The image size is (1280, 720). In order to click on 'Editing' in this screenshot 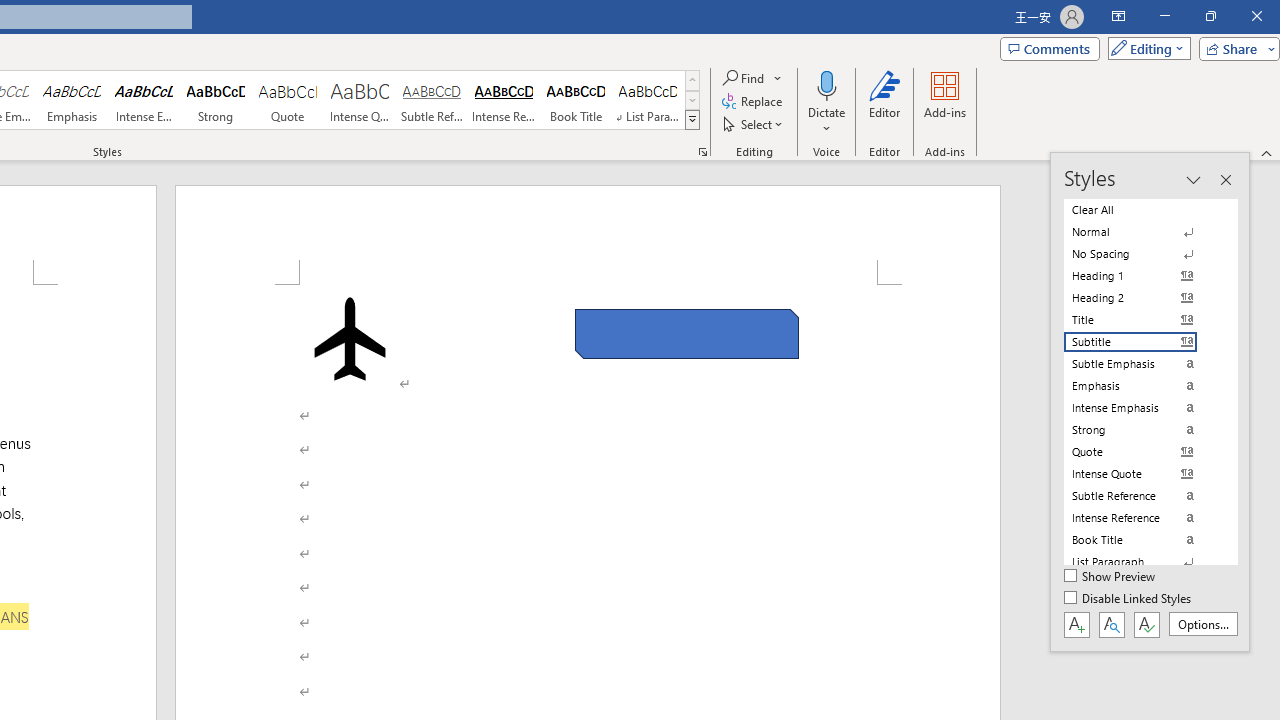, I will do `click(1144, 47)`.